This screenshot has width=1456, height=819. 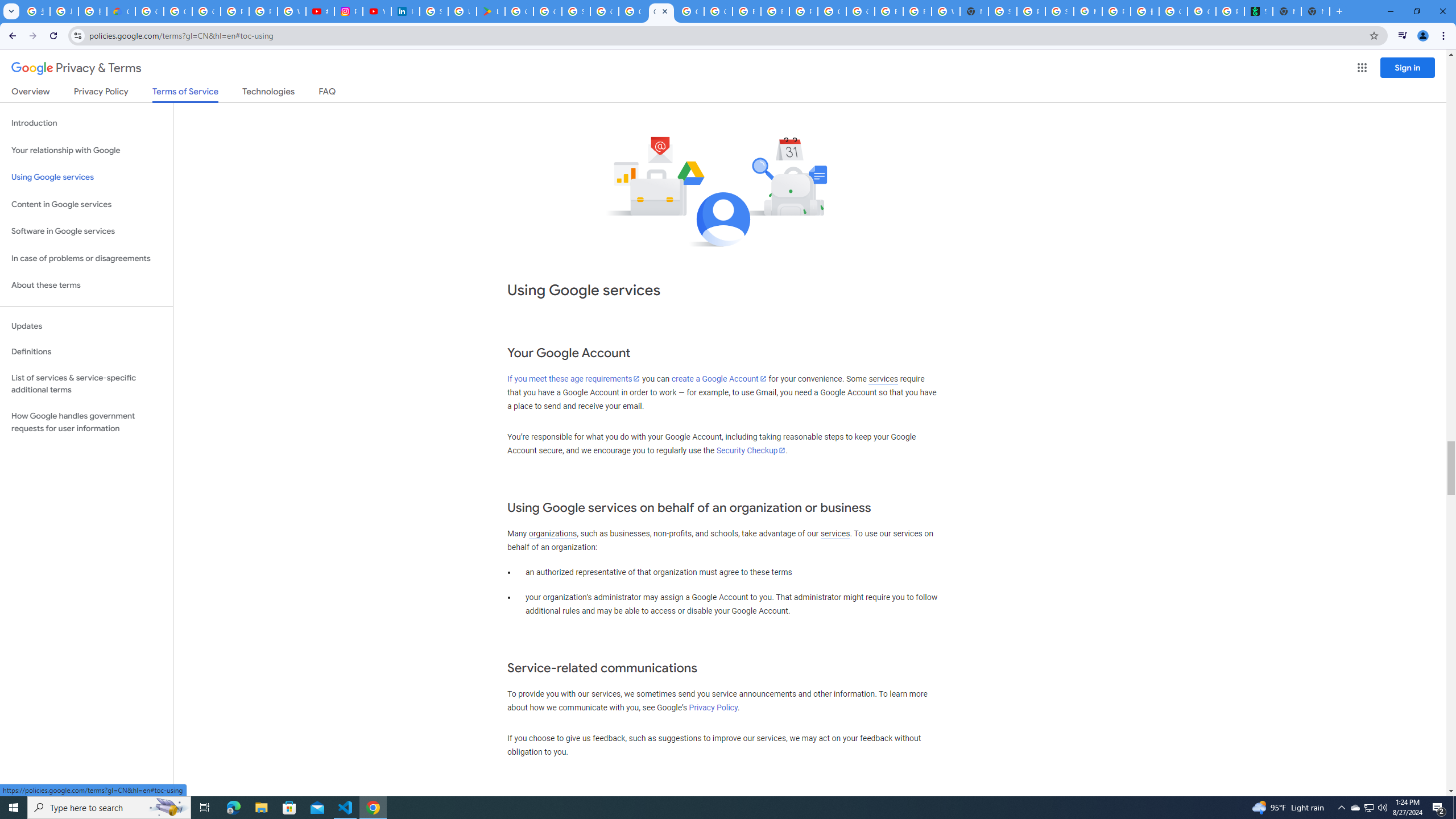 What do you see at coordinates (86, 259) in the screenshot?
I see `'In case of problems or disagreements'` at bounding box center [86, 259].